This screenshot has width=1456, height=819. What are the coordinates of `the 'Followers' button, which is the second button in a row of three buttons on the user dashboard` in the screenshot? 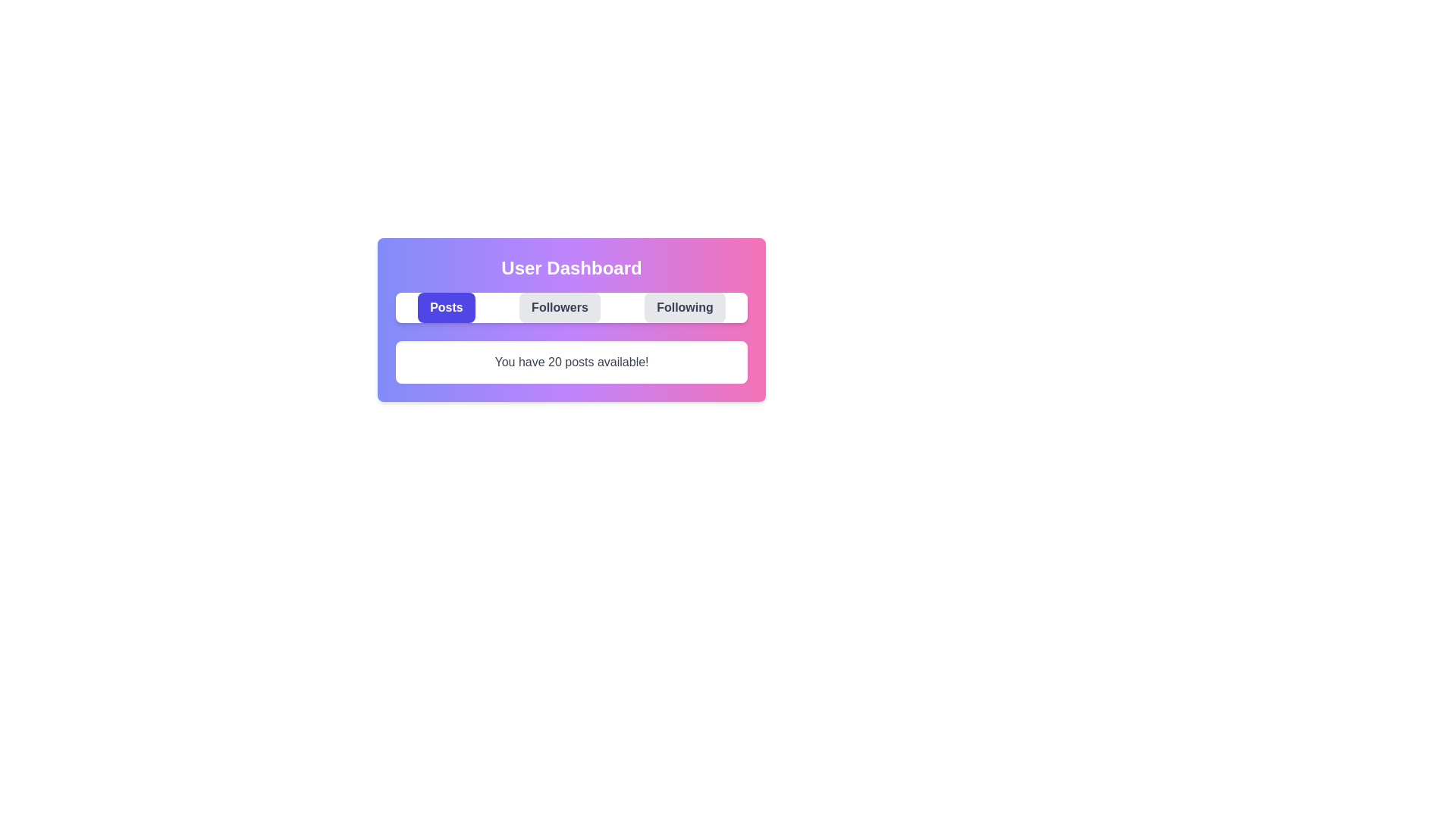 It's located at (559, 307).